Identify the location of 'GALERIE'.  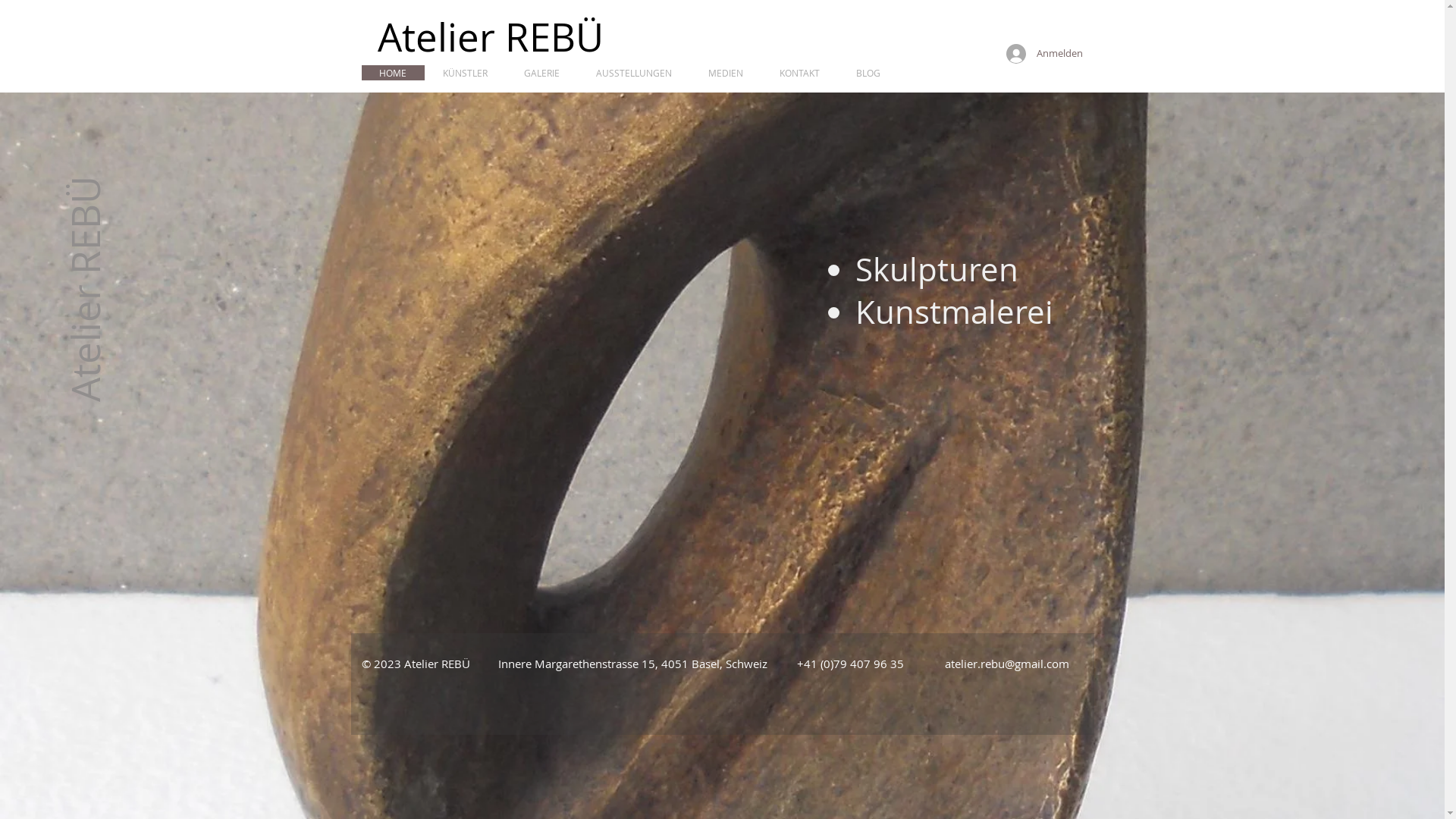
(508, 74).